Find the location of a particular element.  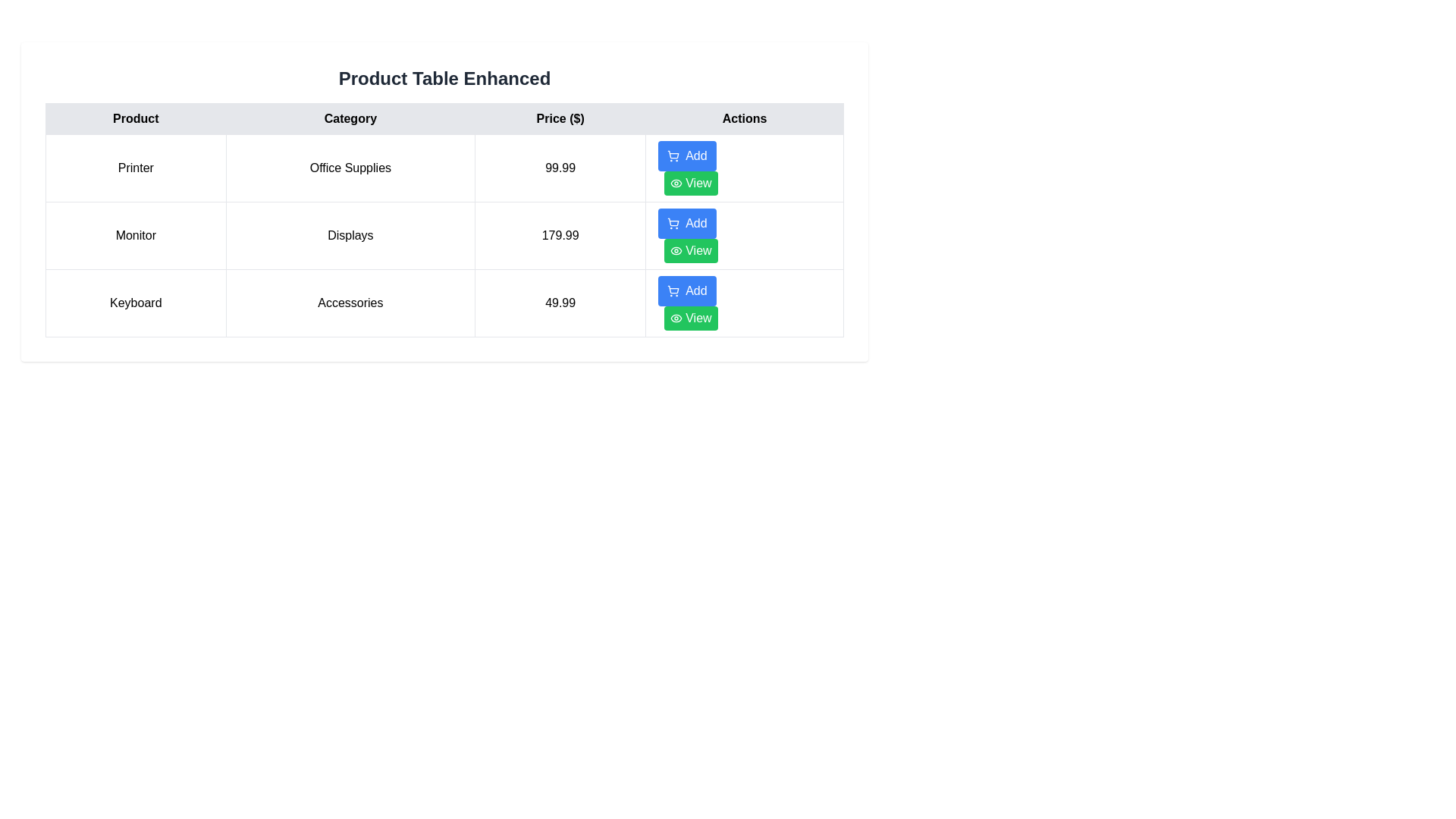

the 'Accessories' text label, which is styled with a border and padding, located in the second cell of the 'Keyboard' row under the 'Category' column in the table is located at coordinates (350, 303).